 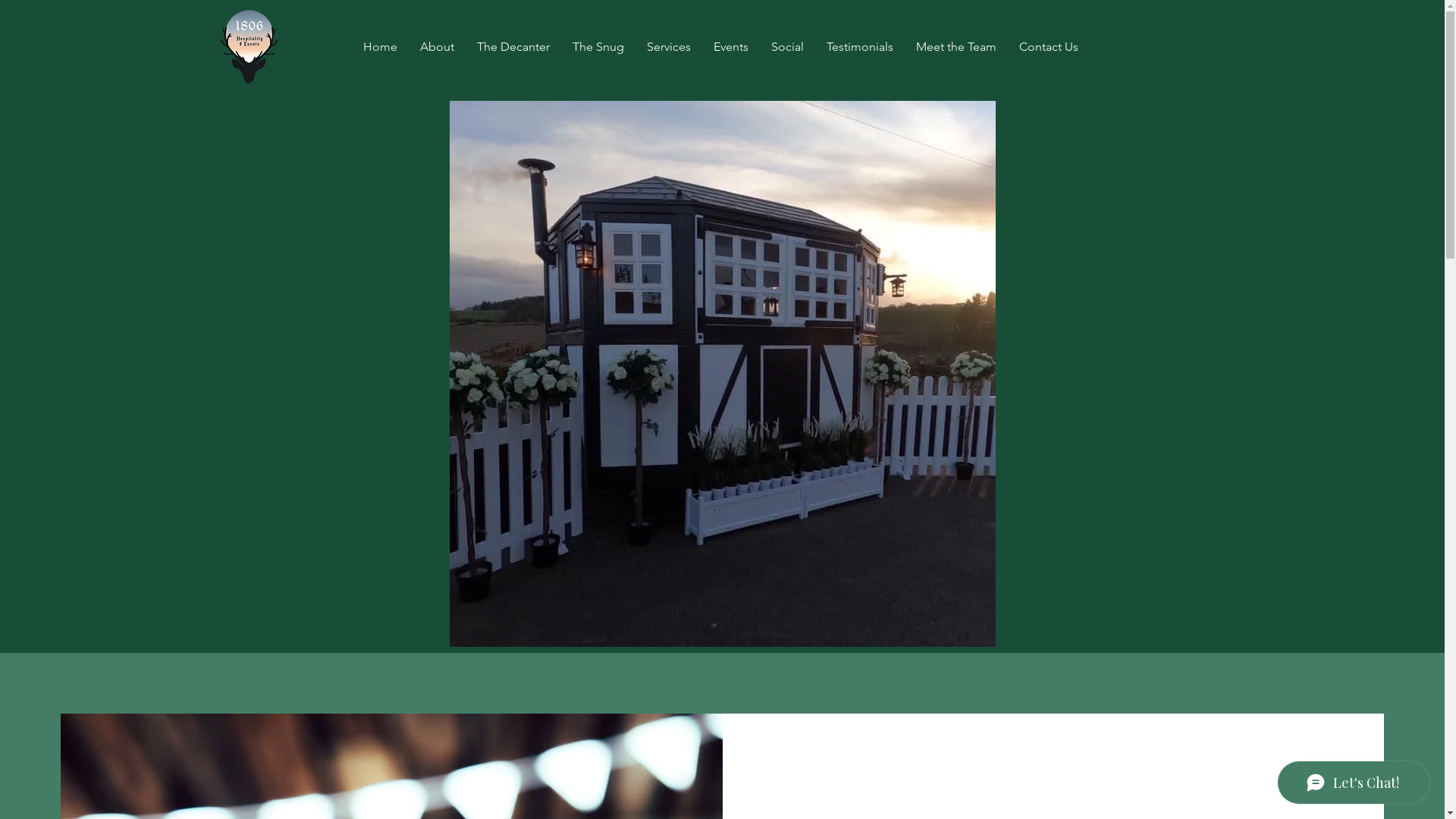 What do you see at coordinates (597, 45) in the screenshot?
I see `'The Snug'` at bounding box center [597, 45].